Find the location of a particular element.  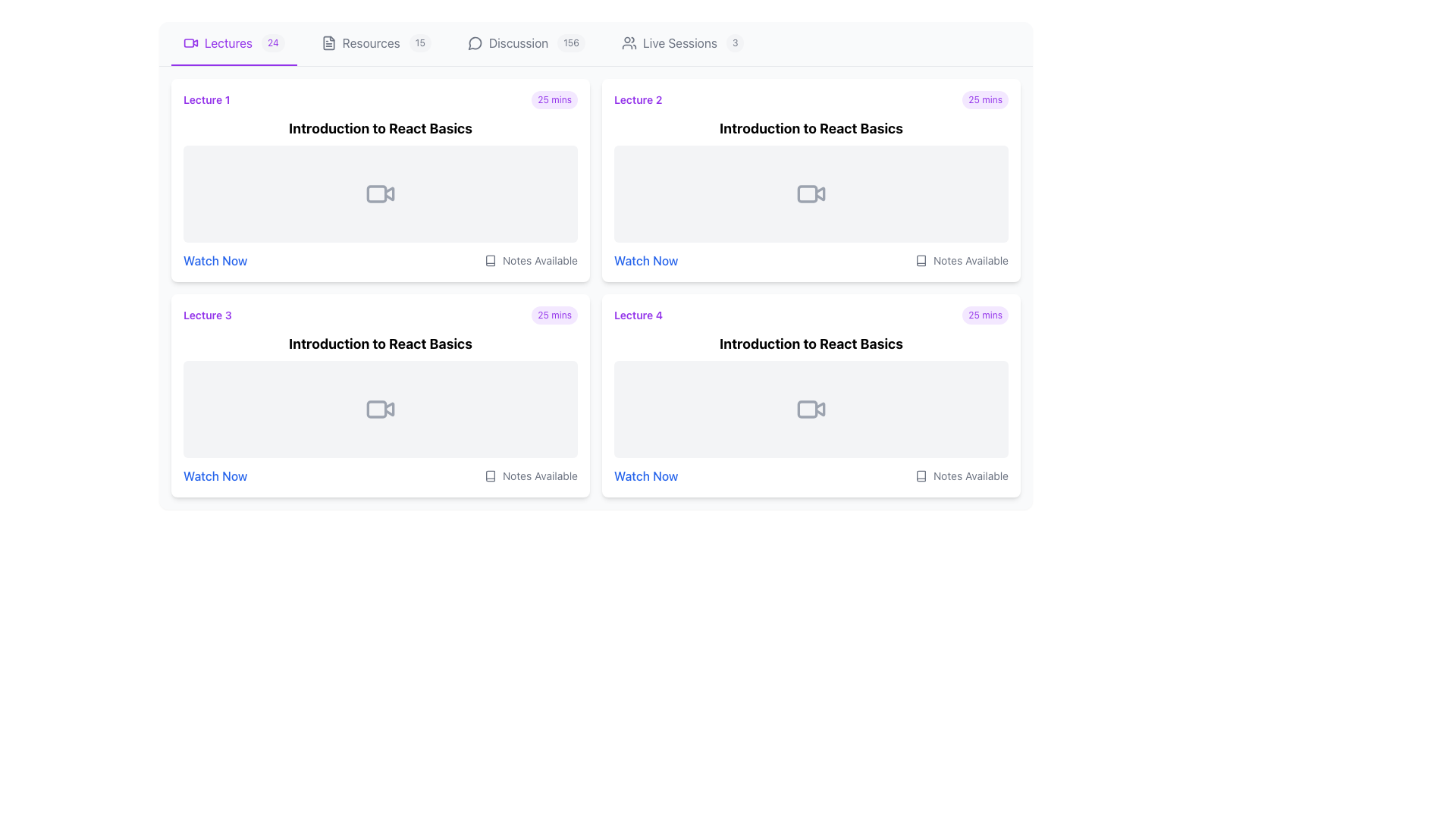

the book-related feature icon located in the bottom-left quadrant of its containing area is located at coordinates (491, 475).